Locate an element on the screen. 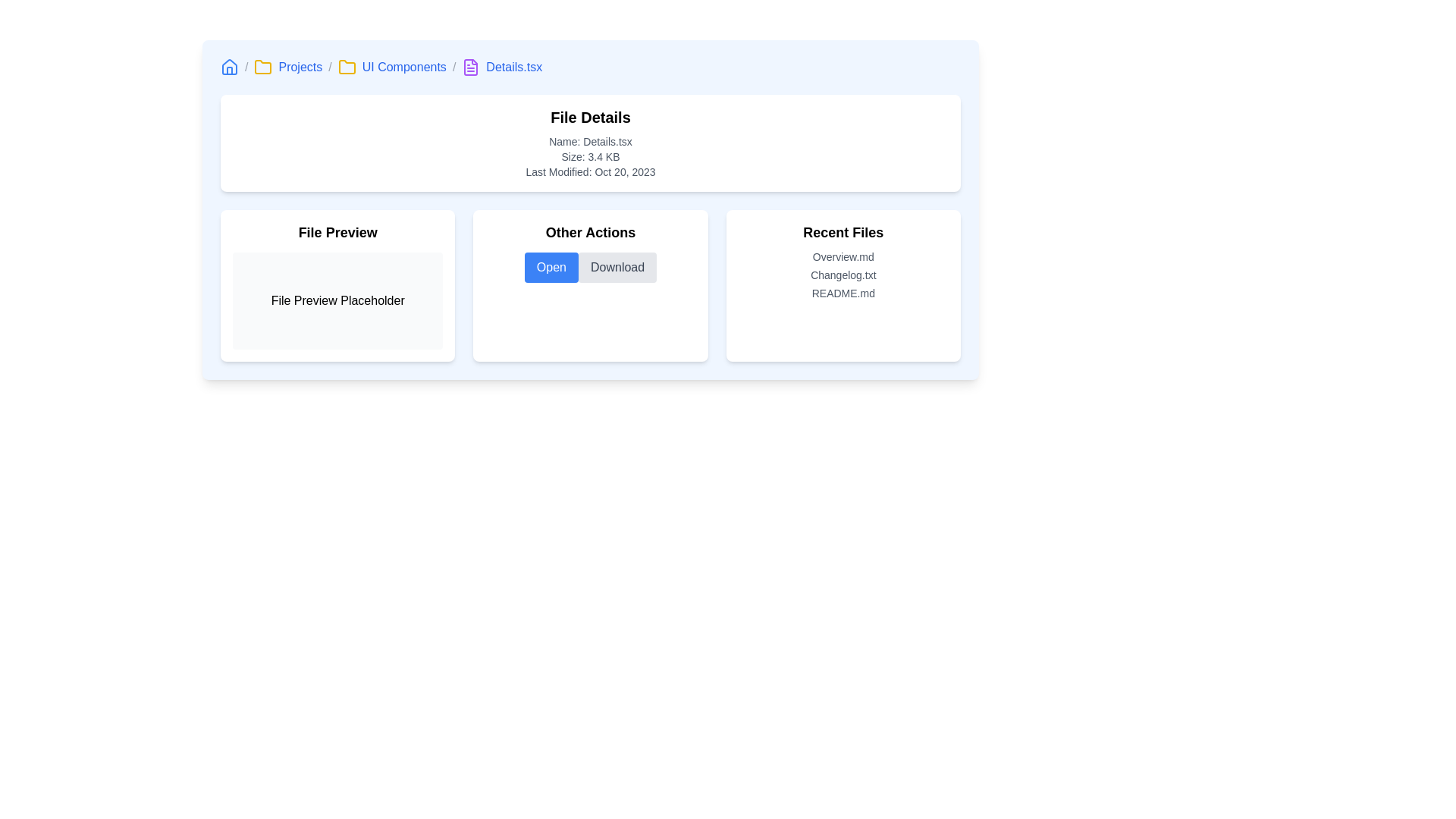  the separator located between 'Projects' and 'UI Components' in the breadcrumb navigation bar is located at coordinates (329, 66).